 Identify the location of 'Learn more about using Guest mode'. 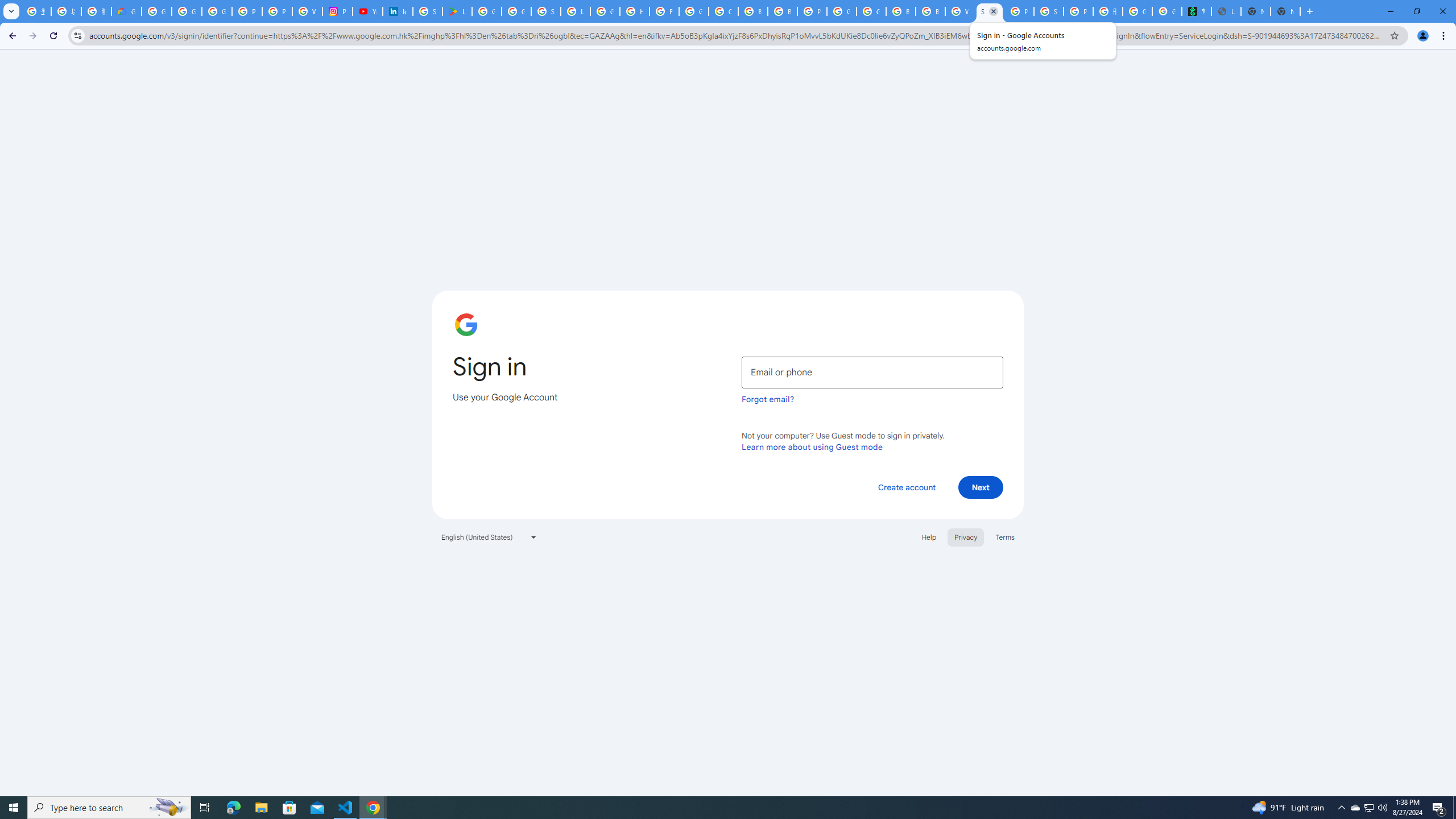
(812, 446).